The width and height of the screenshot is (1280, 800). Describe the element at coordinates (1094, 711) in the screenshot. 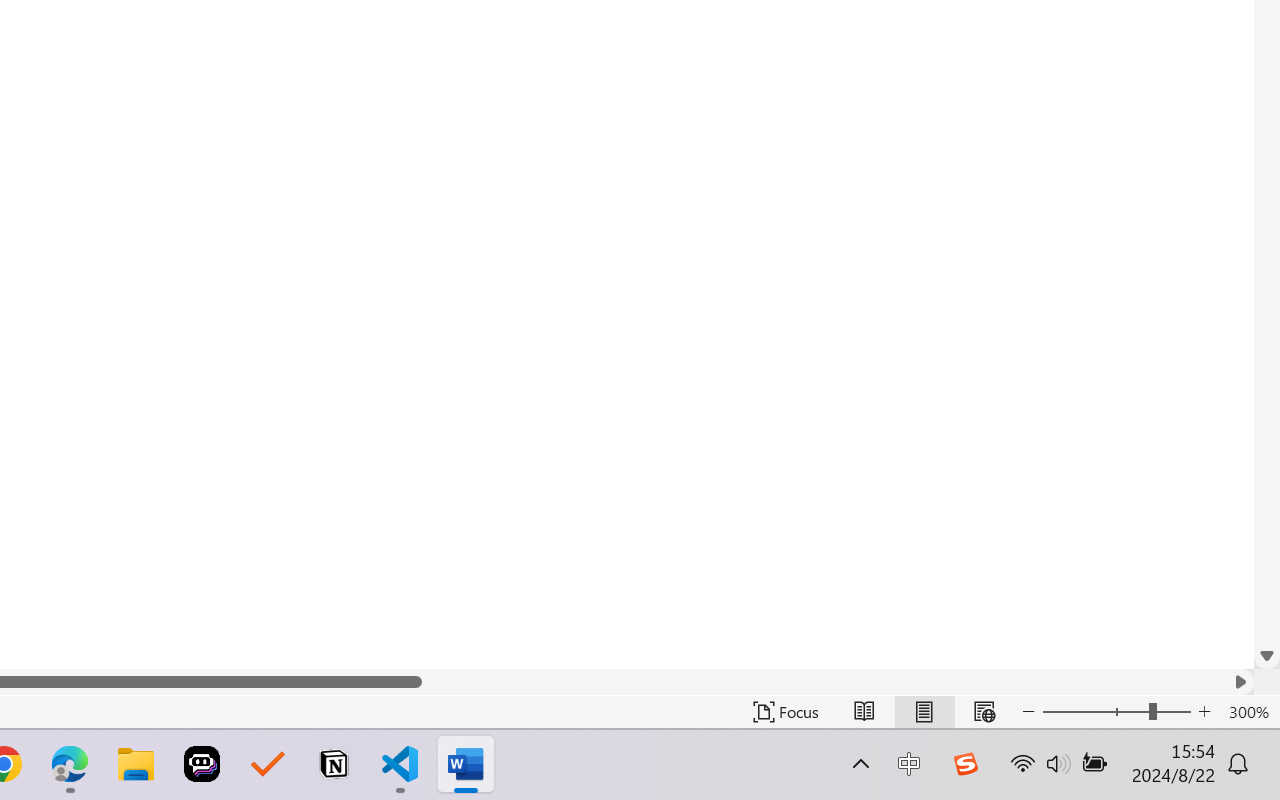

I see `'Zoom Out'` at that location.